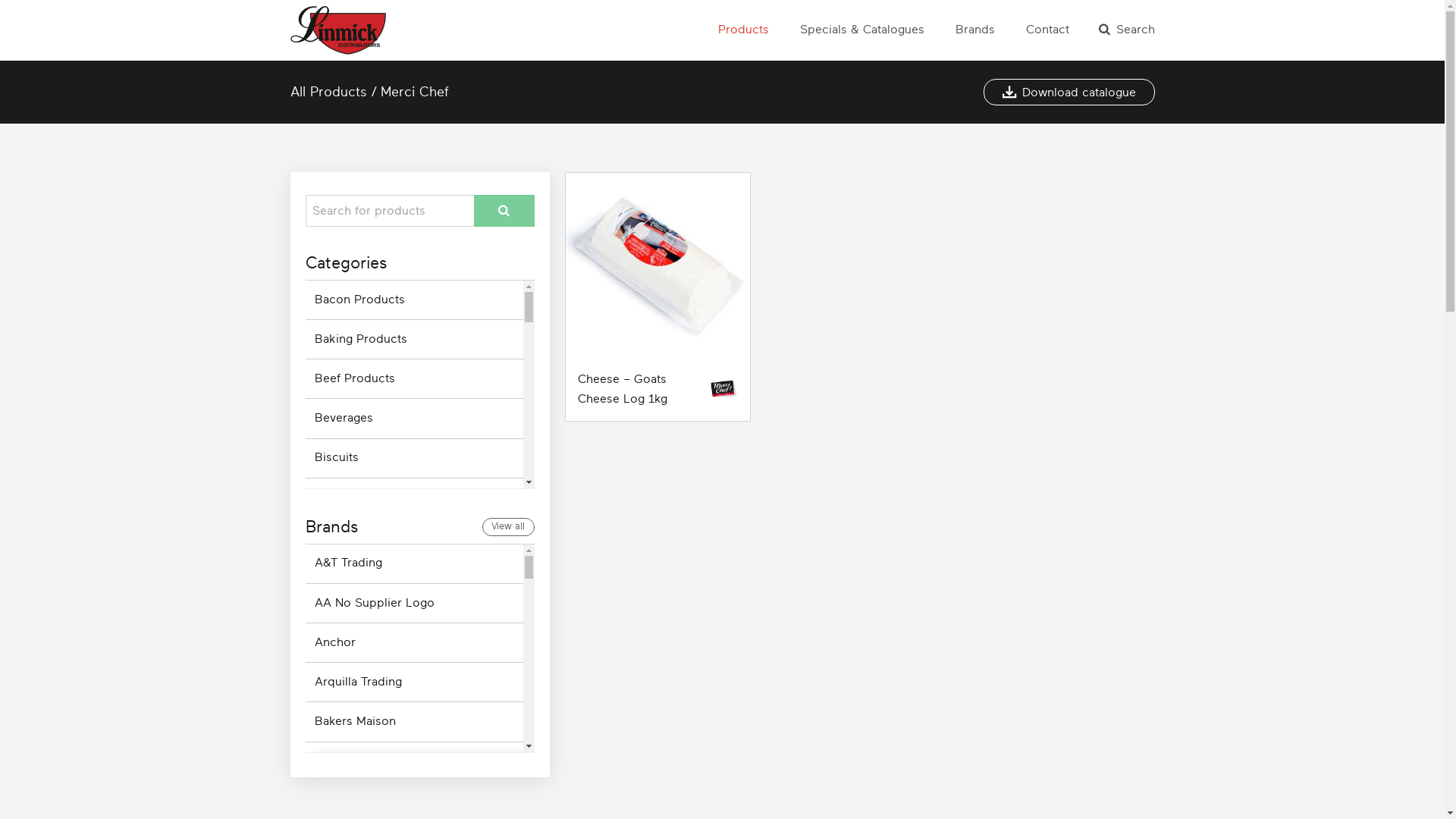  Describe the element at coordinates (413, 563) in the screenshot. I see `'A&T Trading'` at that location.